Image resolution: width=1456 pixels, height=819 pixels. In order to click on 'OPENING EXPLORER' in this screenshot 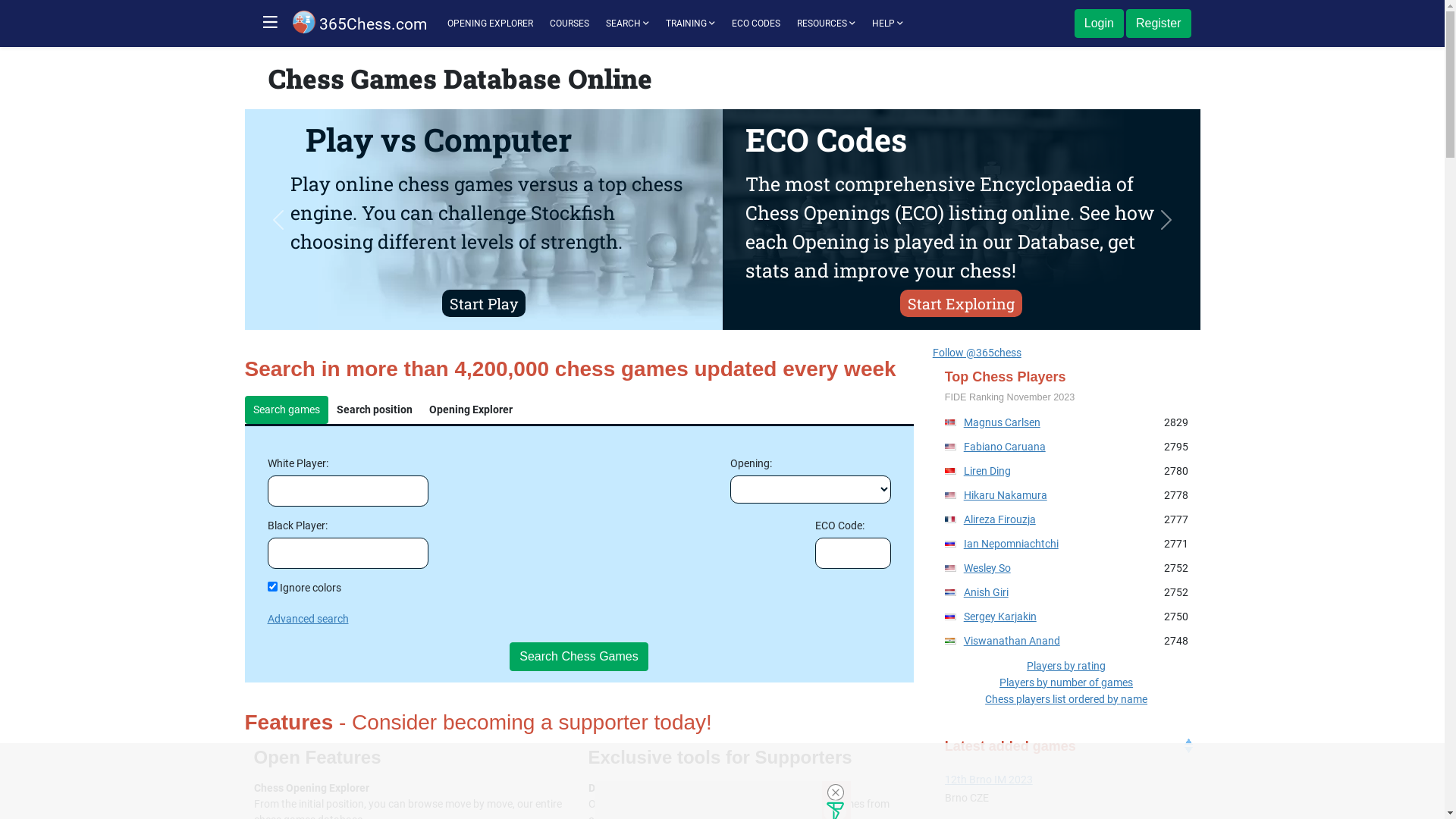, I will do `click(490, 23)`.